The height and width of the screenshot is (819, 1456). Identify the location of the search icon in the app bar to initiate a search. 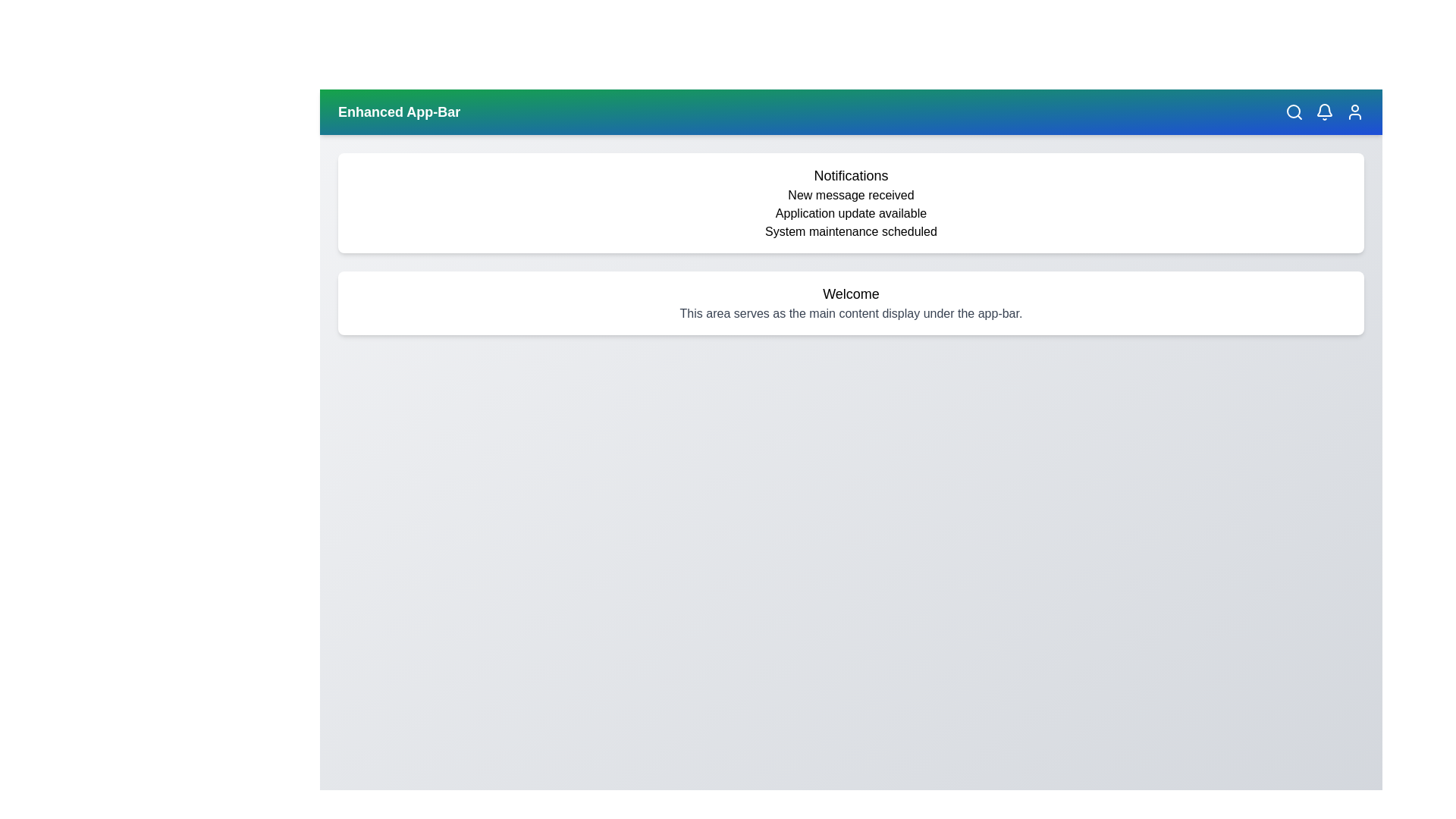
(1294, 111).